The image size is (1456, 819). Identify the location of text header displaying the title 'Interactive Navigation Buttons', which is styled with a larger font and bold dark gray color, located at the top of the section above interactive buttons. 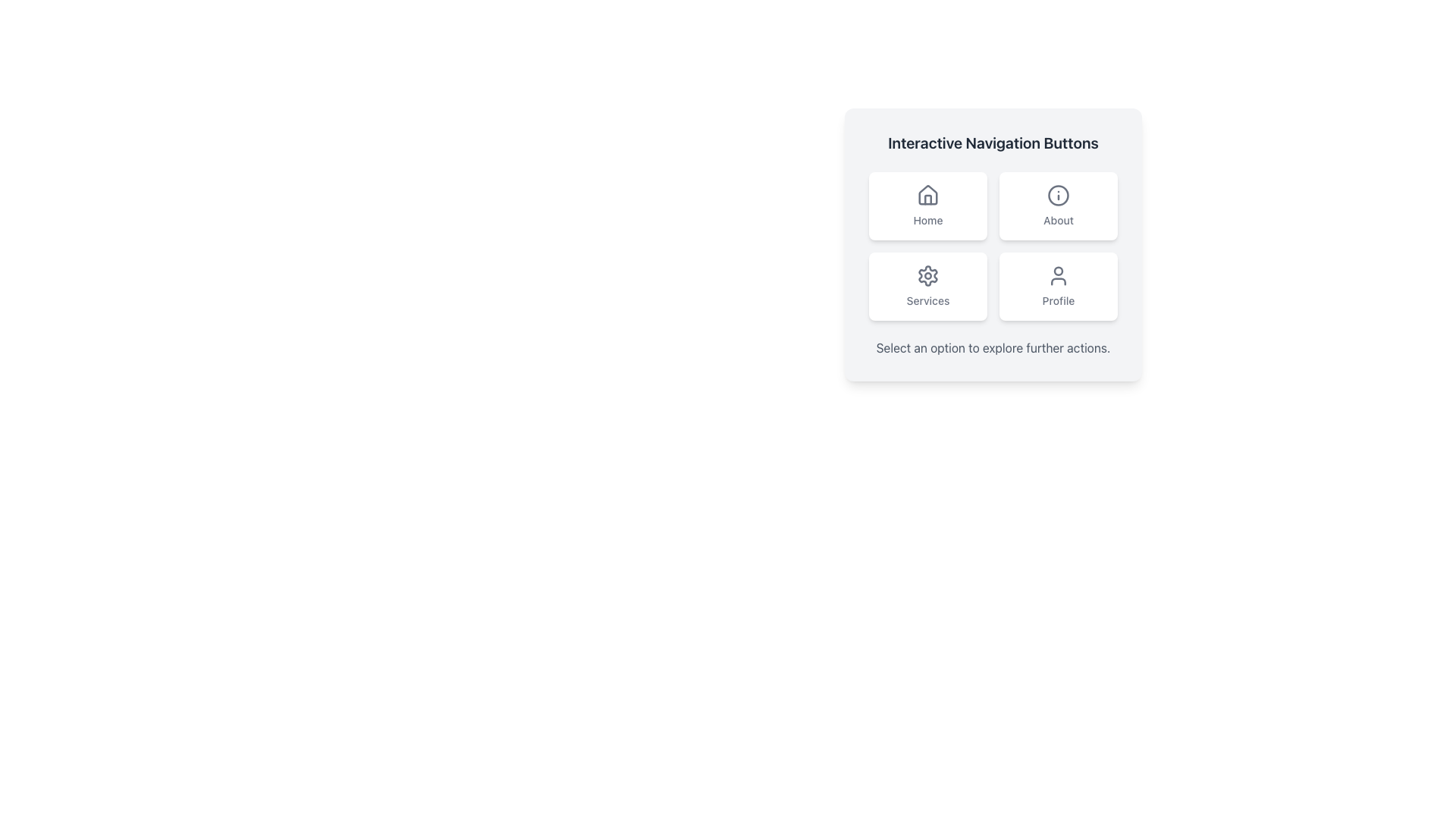
(993, 143).